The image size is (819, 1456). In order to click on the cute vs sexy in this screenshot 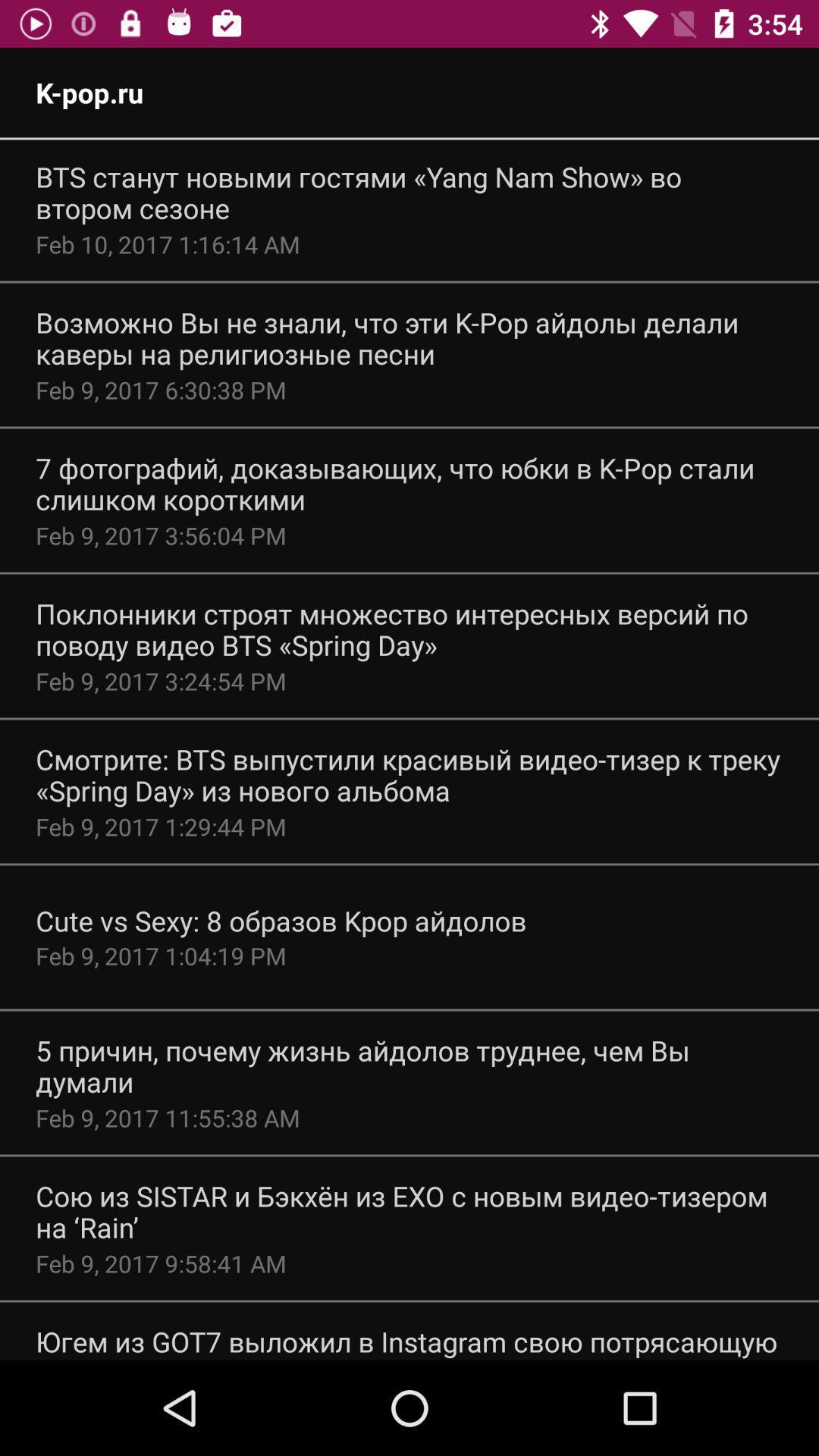, I will do `click(281, 920)`.